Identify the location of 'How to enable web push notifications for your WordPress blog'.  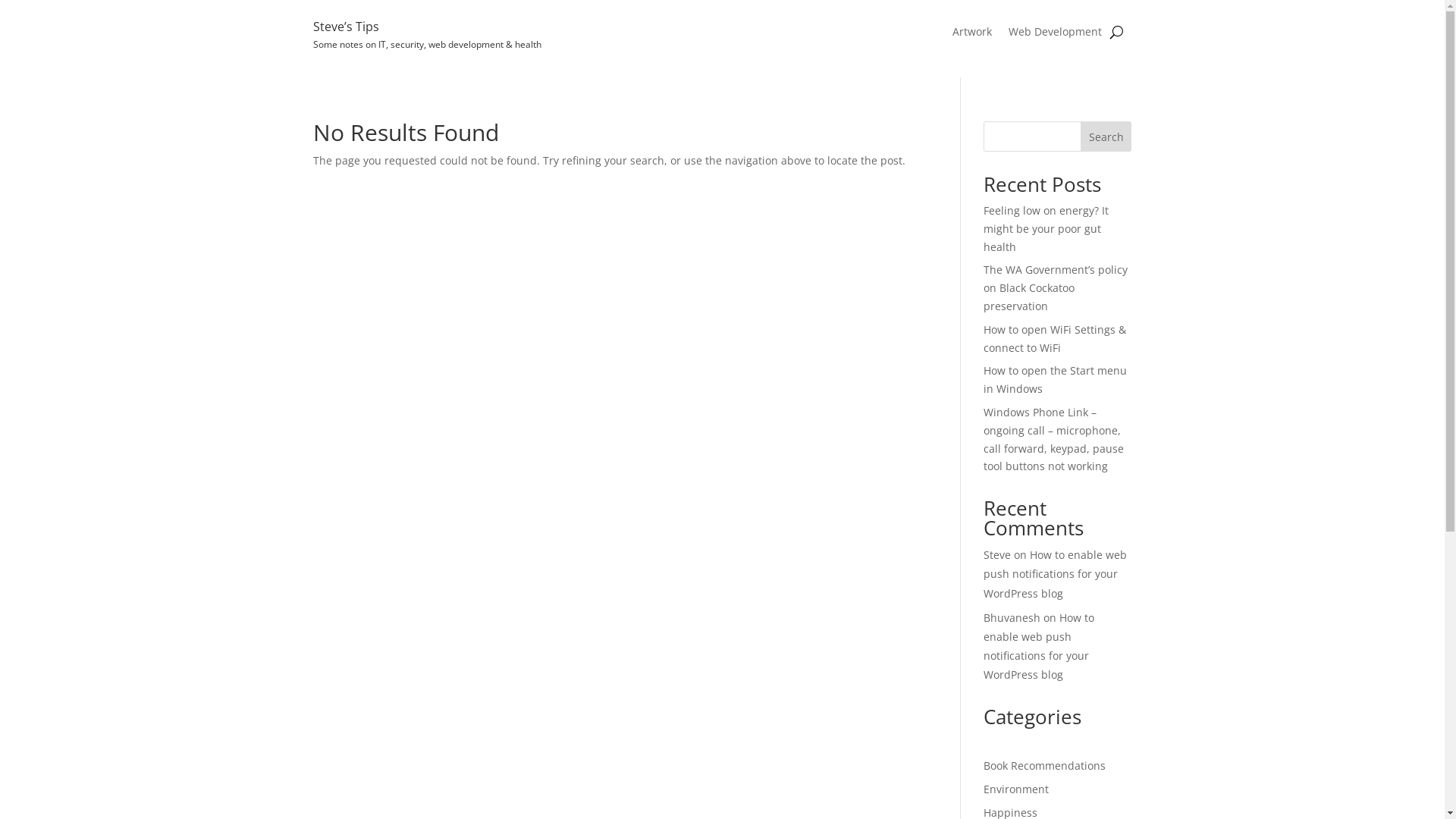
(1054, 573).